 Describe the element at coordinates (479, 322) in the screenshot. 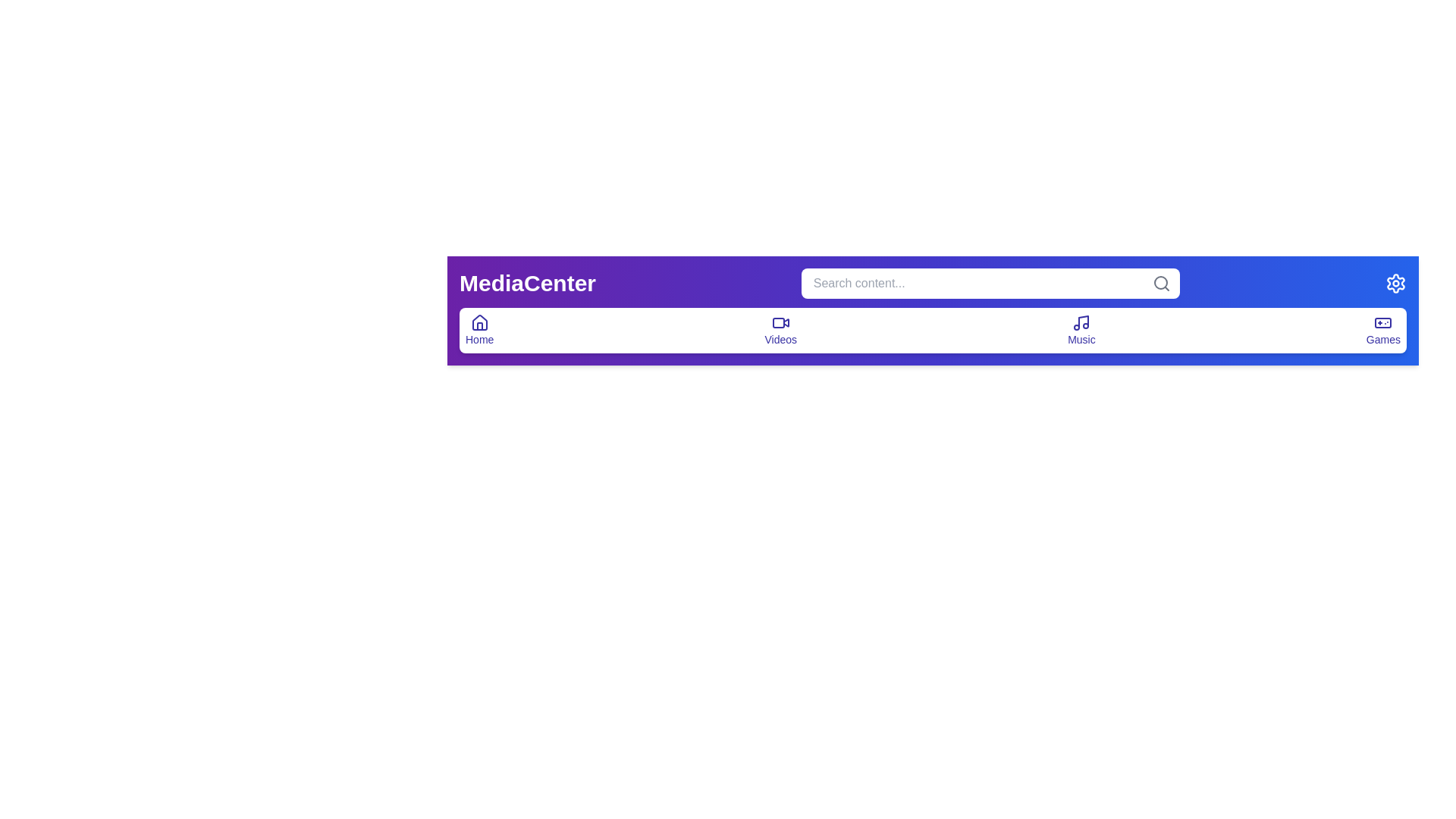

I see `the 'Home' icon to navigate to the home section` at that location.